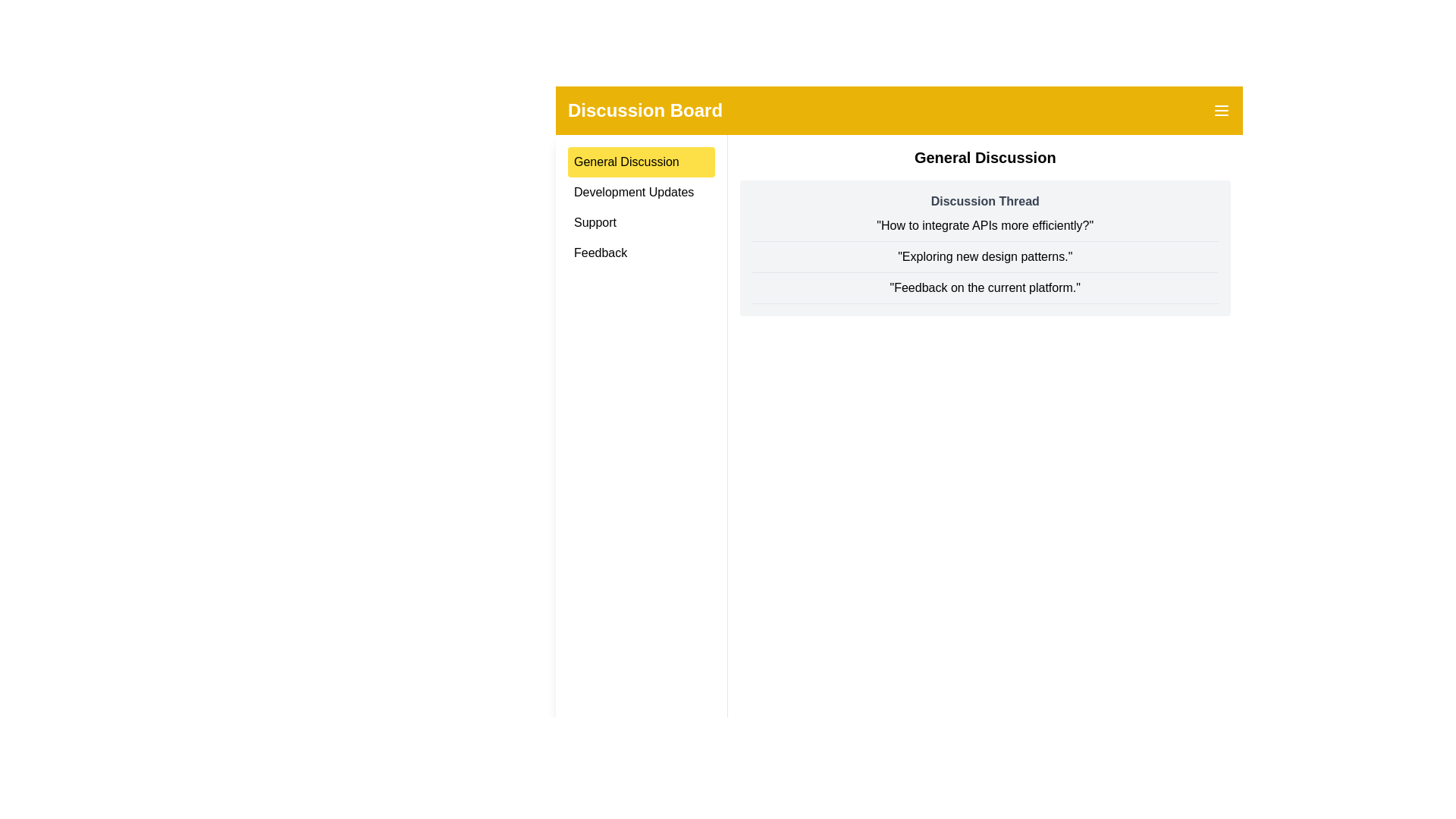 Image resolution: width=1456 pixels, height=819 pixels. Describe the element at coordinates (985, 228) in the screenshot. I see `the discussion thread to read its content` at that location.